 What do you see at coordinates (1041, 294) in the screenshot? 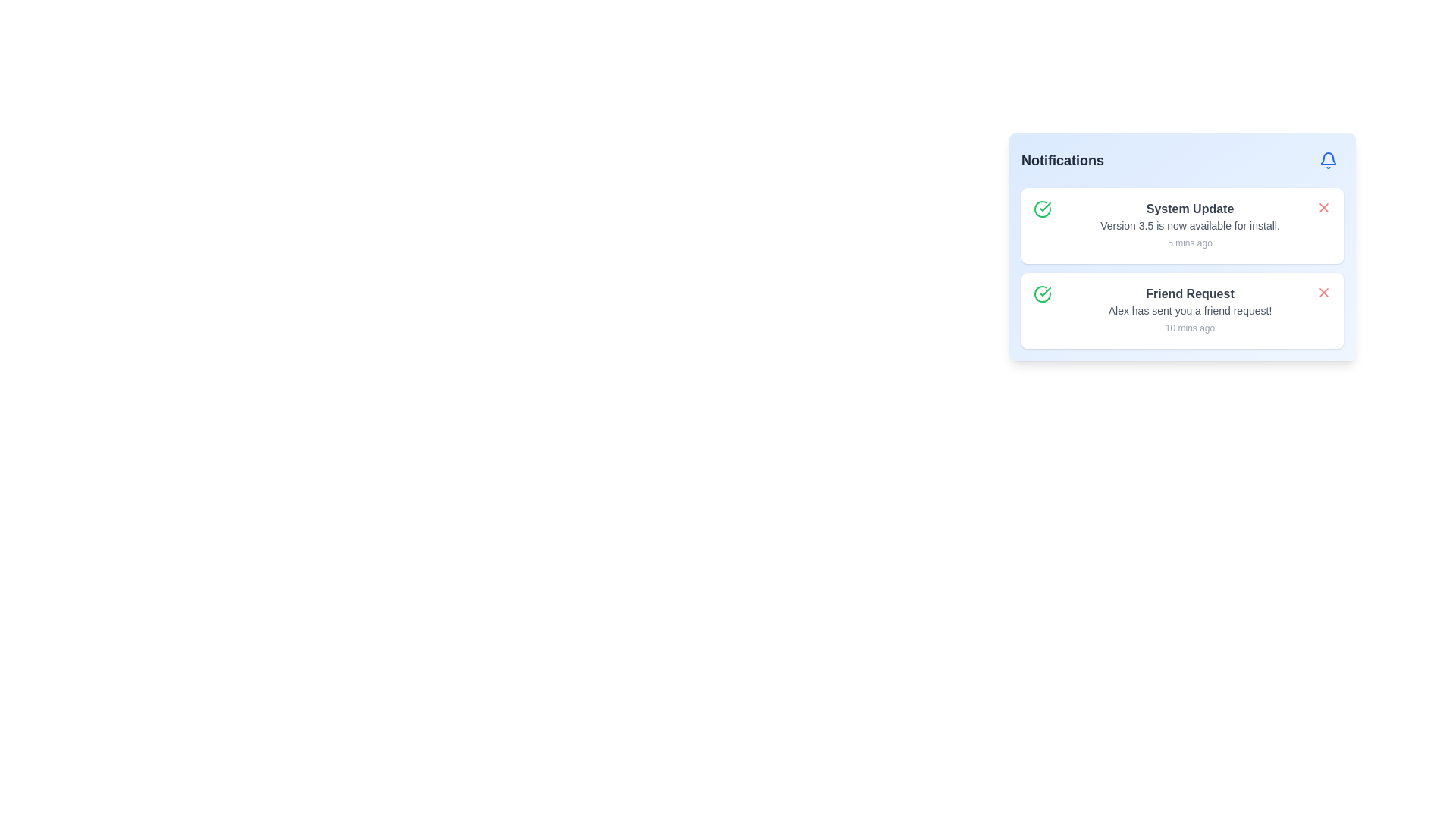
I see `the thin, curved green stroke of the checkmark icon located in the left section of the lower notification card` at bounding box center [1041, 294].